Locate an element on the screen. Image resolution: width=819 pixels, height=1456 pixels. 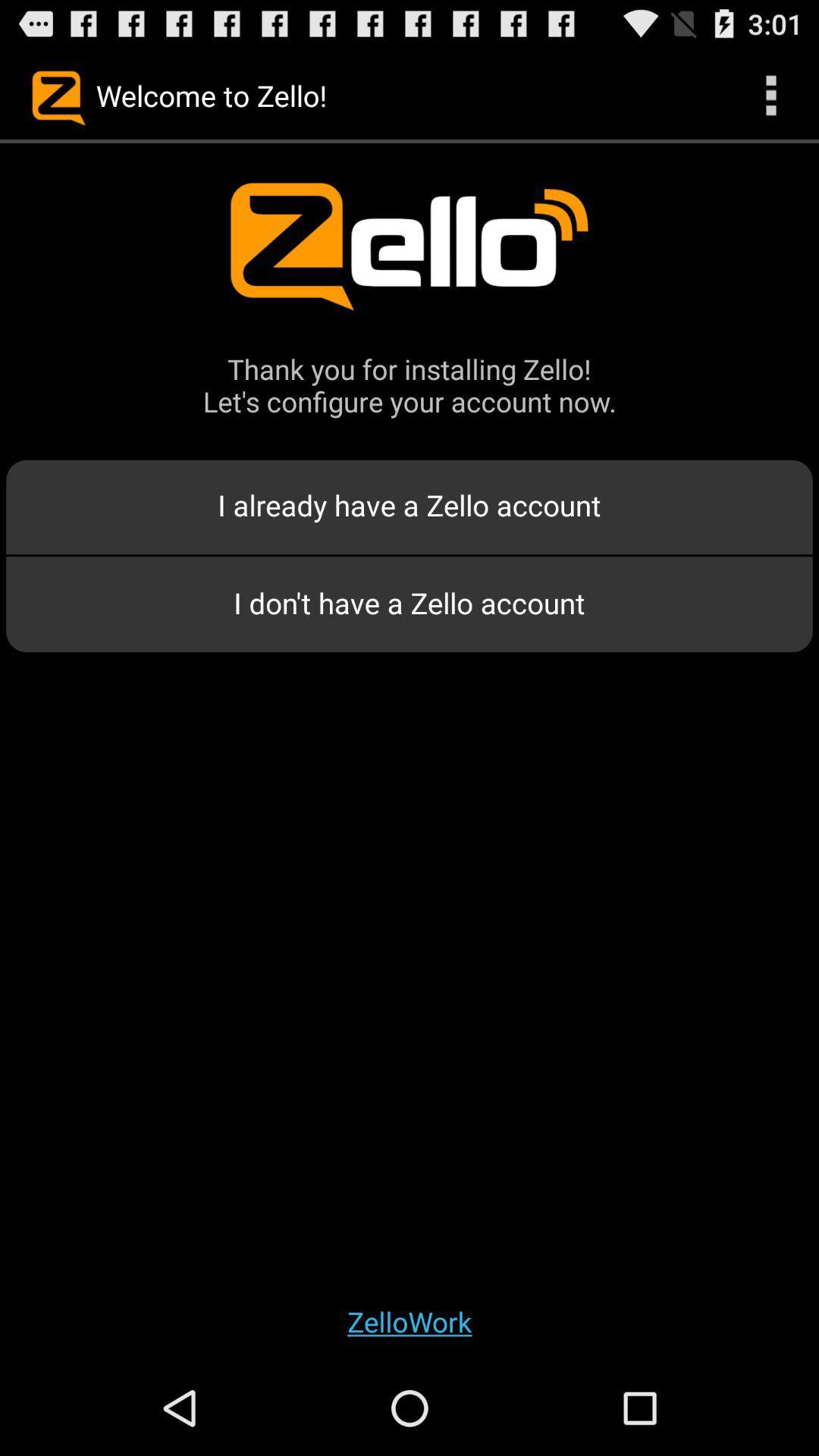
the item above the thank you for app is located at coordinates (771, 94).